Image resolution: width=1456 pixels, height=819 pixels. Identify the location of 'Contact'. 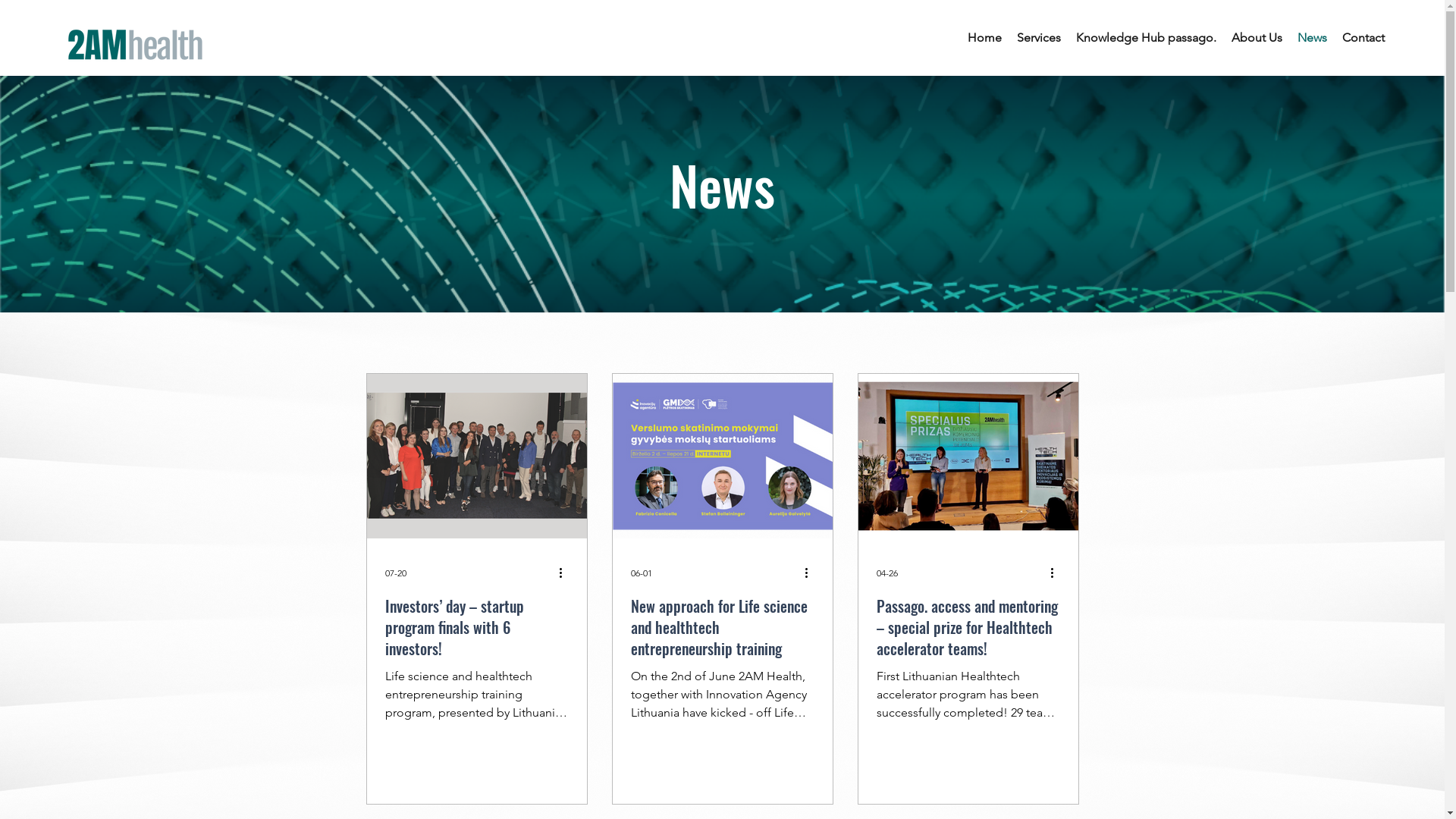
(1363, 37).